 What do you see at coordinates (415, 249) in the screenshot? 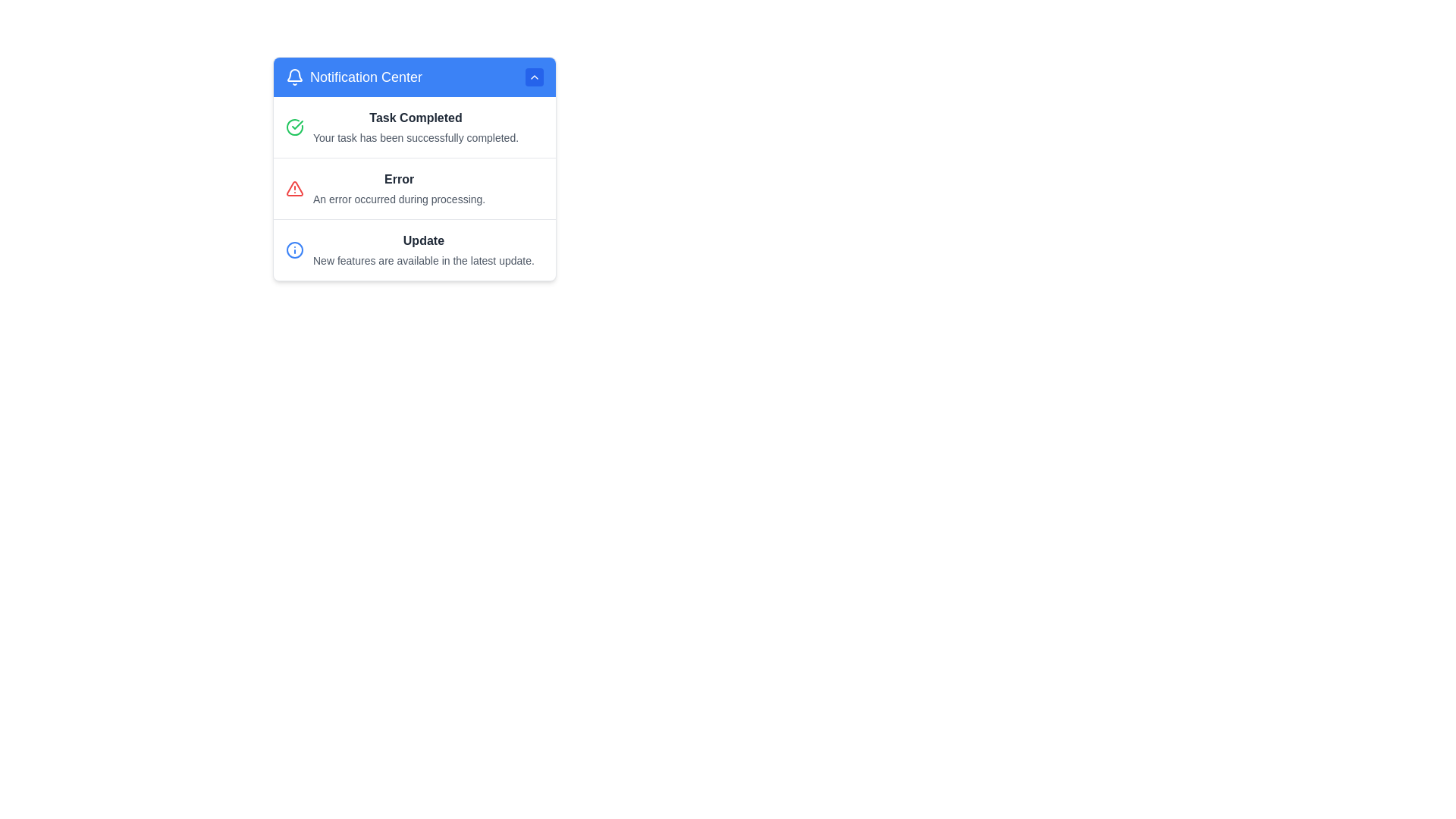
I see `the notification element indicating an update is available, which features a blue circle with an 'i' symbol, a bold title 'Update', and a description about new features` at bounding box center [415, 249].